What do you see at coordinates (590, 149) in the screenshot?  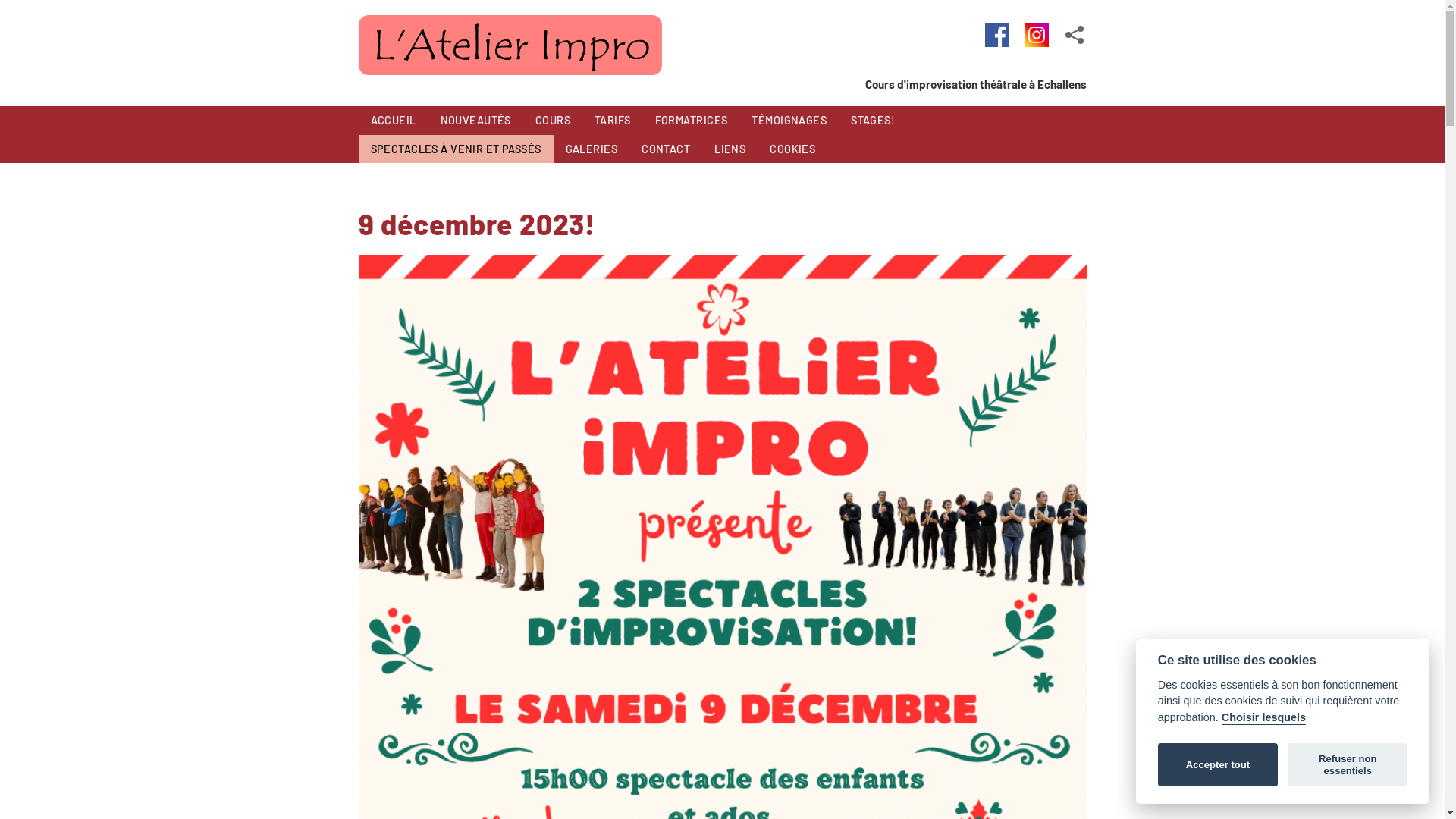 I see `'GALERIES'` at bounding box center [590, 149].